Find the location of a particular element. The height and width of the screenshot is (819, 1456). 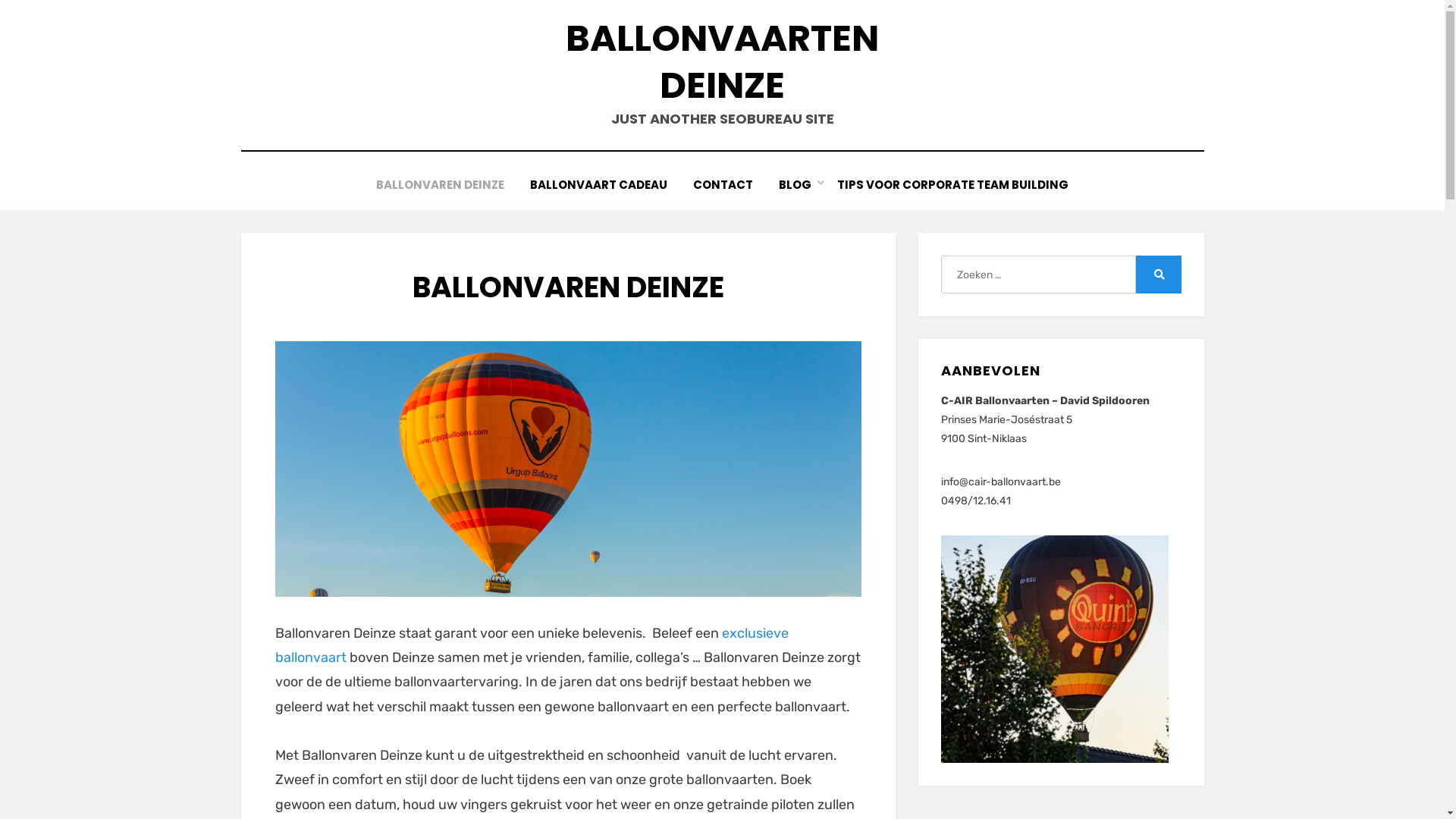

'BLOG' is located at coordinates (794, 184).